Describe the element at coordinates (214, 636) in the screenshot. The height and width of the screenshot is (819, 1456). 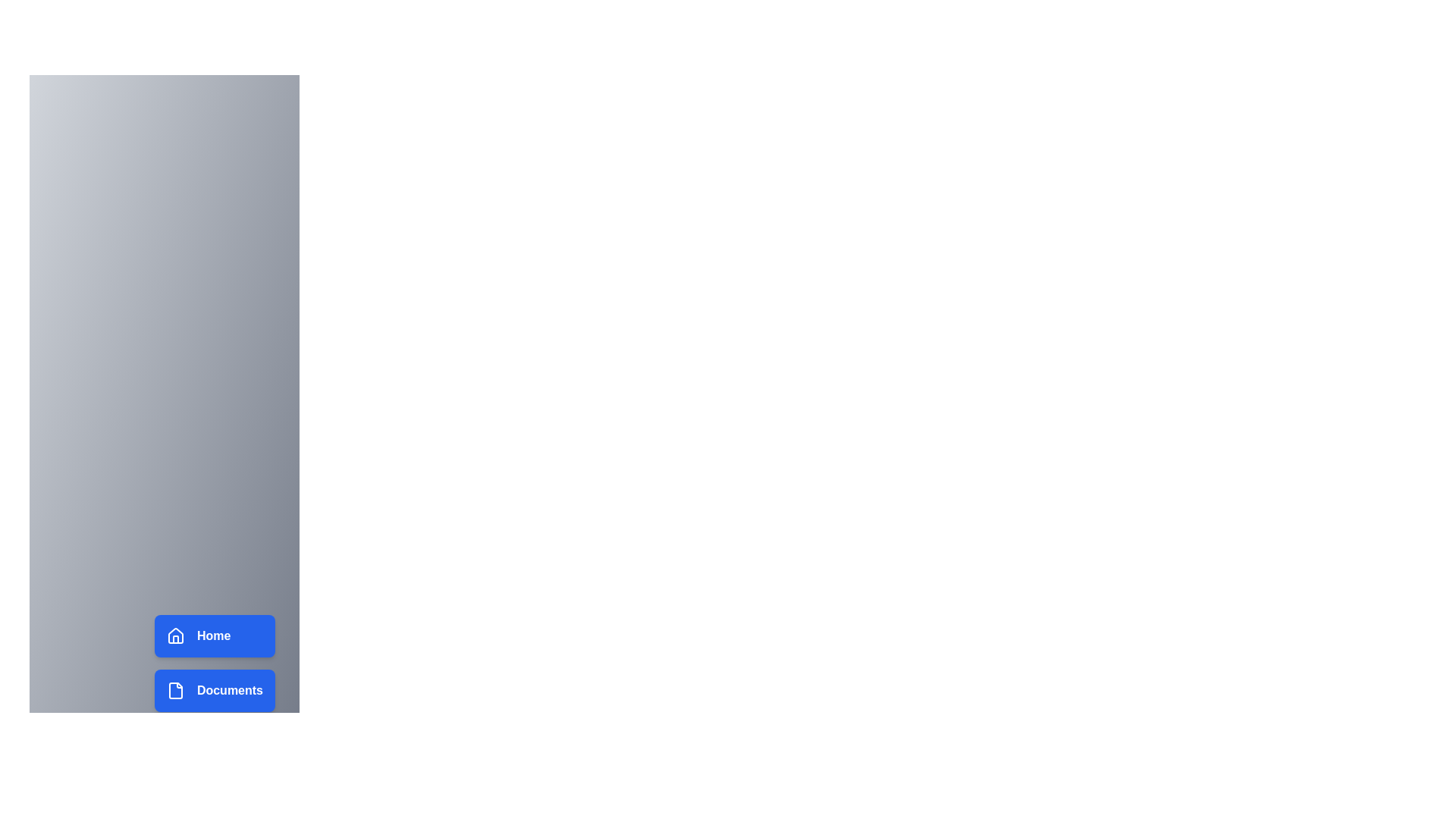
I see `the navigational button at the top of the column` at that location.